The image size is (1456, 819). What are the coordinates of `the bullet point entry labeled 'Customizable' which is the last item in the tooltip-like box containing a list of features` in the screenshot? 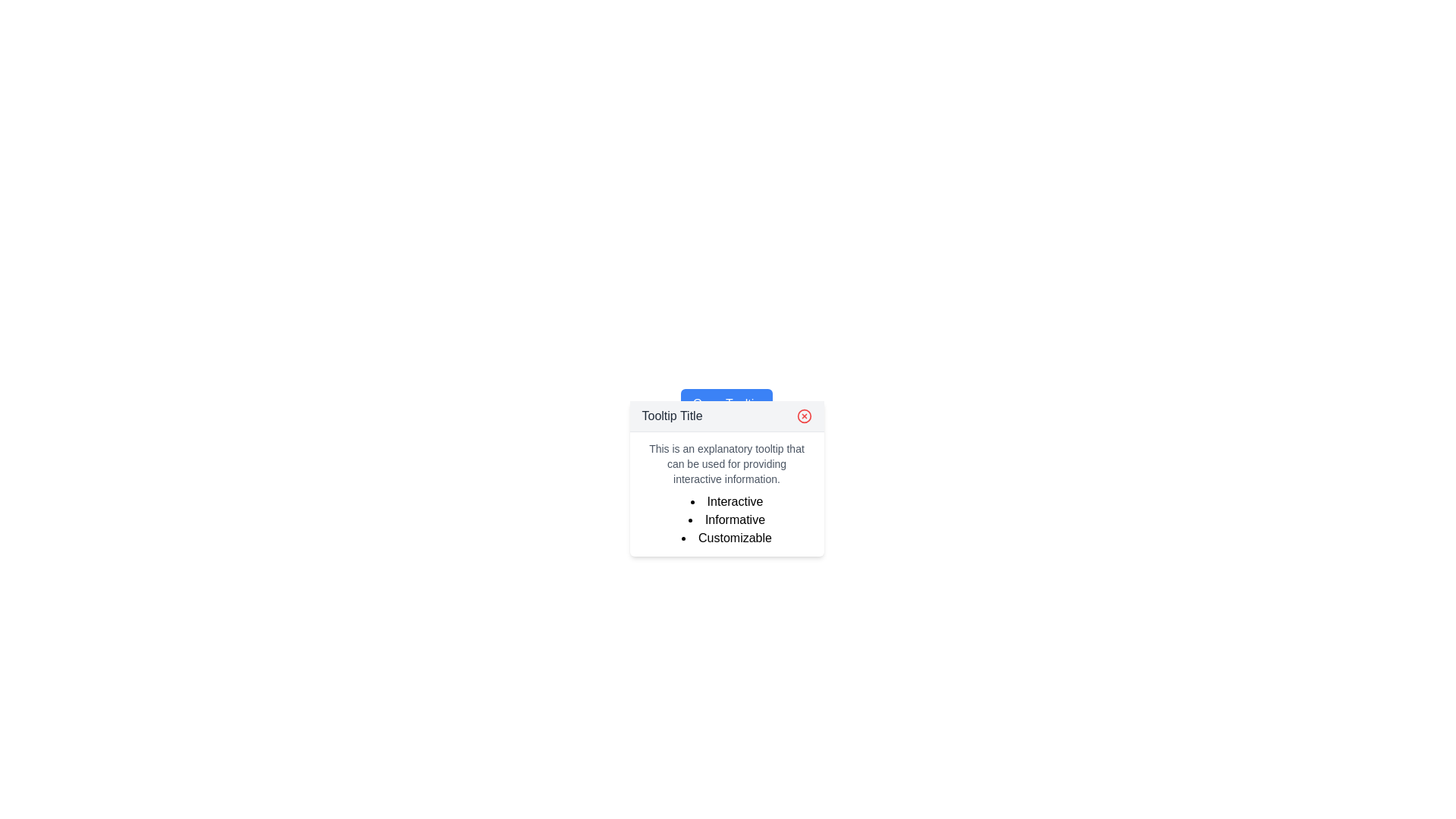 It's located at (726, 537).